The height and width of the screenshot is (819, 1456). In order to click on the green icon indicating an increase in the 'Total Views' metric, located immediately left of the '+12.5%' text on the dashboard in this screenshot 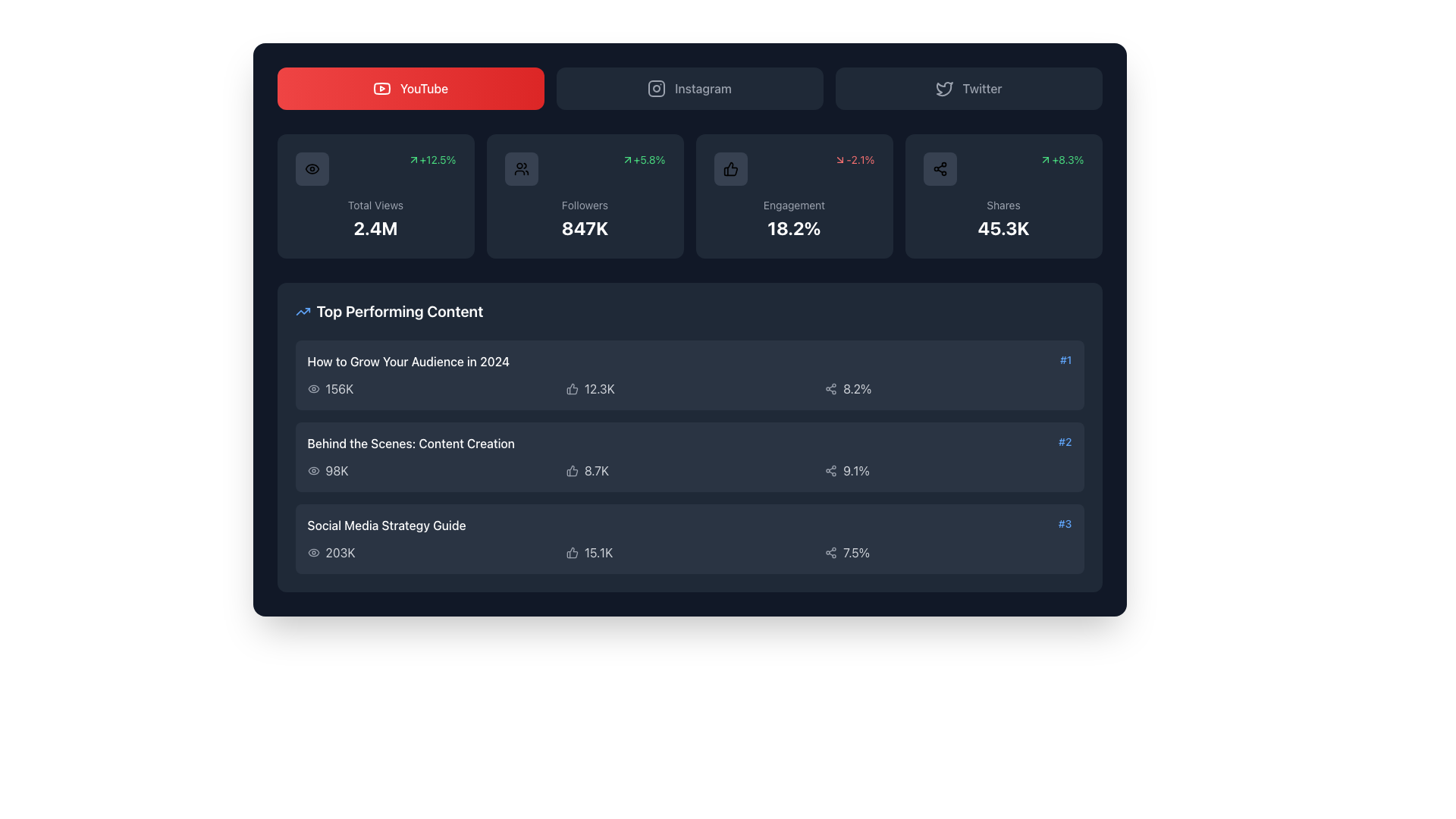, I will do `click(413, 160)`.